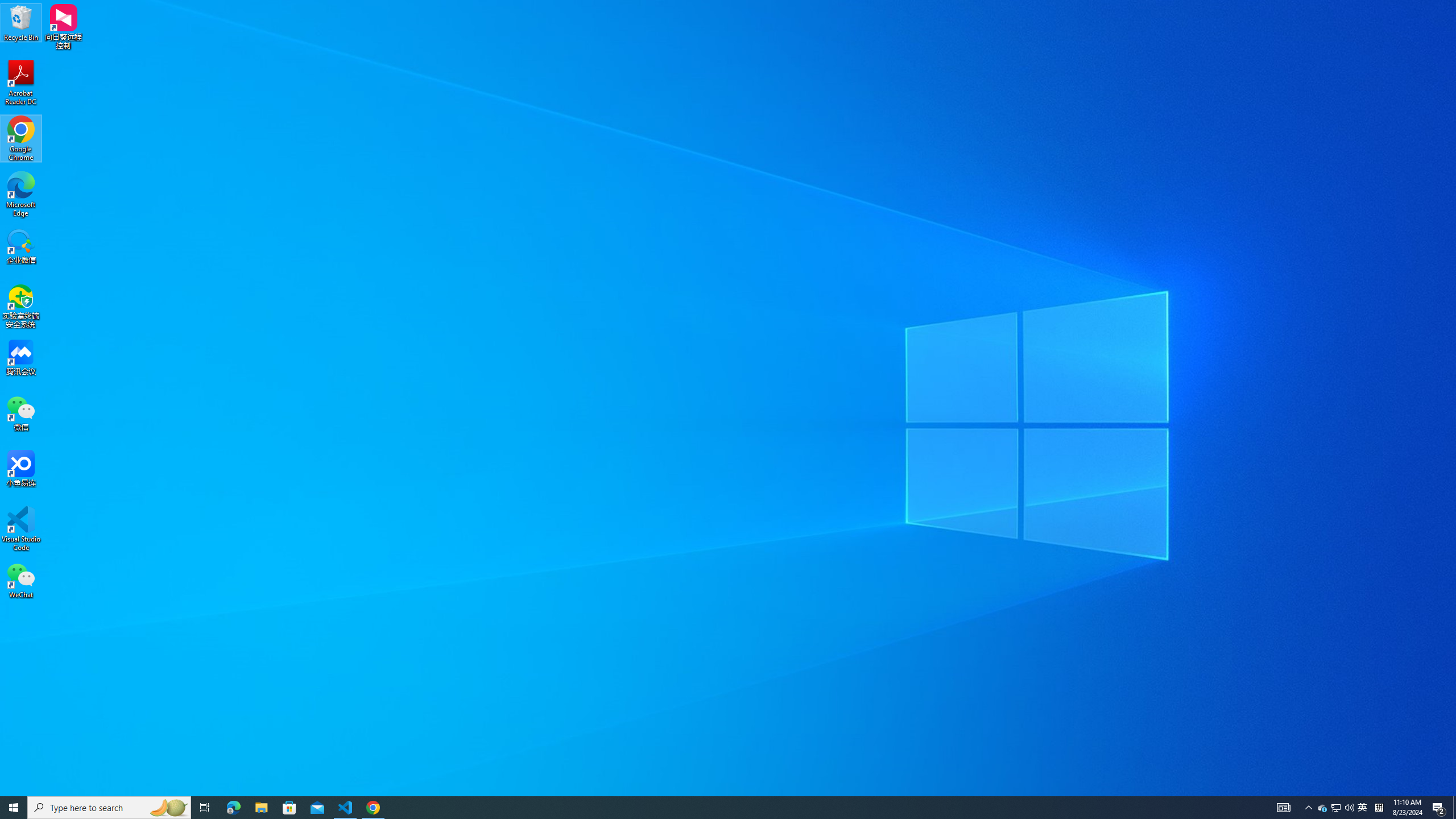  Describe the element at coordinates (20, 528) in the screenshot. I see `'Visual Studio Code'` at that location.